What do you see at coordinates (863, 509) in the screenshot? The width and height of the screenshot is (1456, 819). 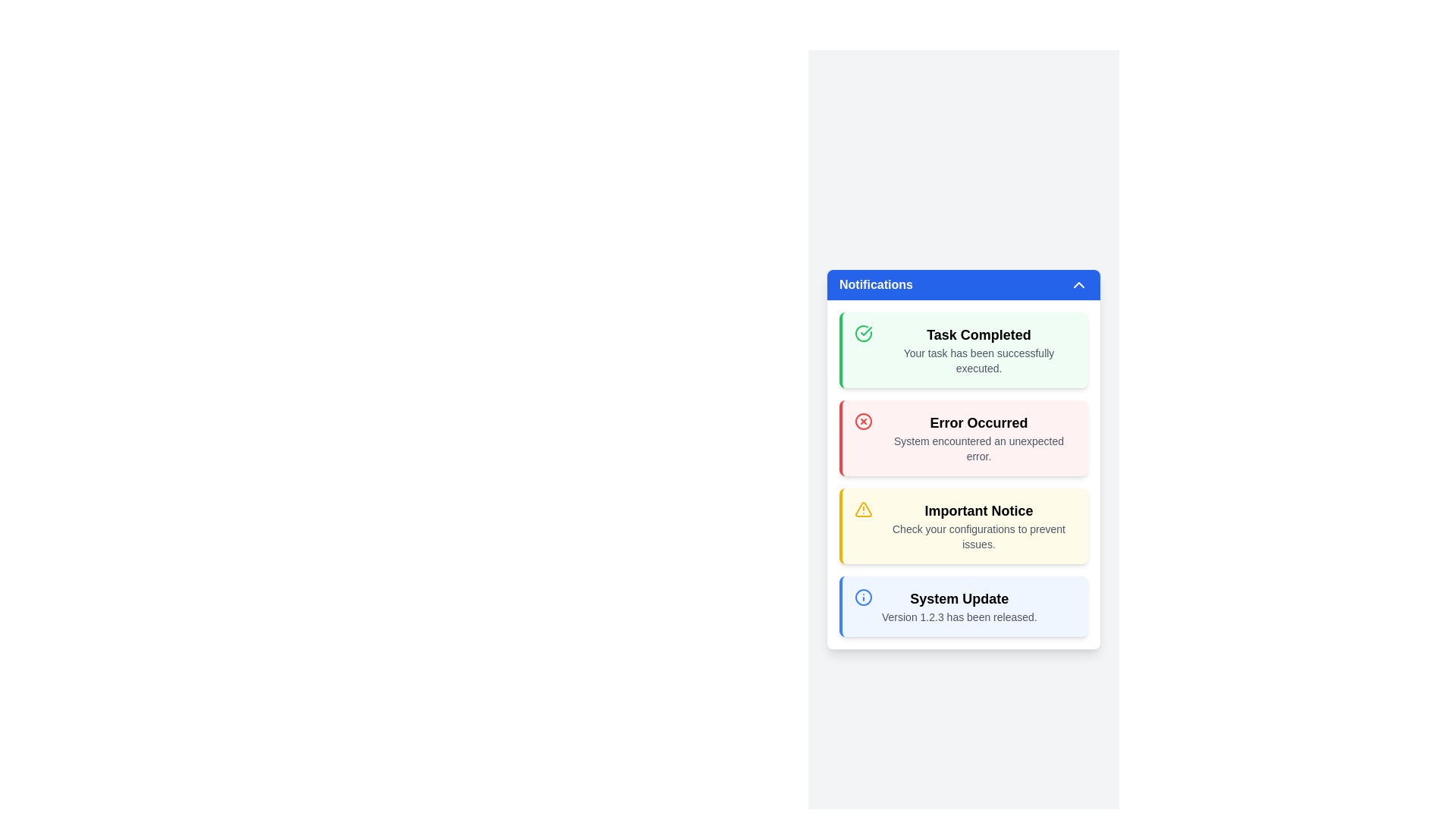 I see `the triangular alert symbol within the yellow notification box labeled 'Important Notice'` at bounding box center [863, 509].